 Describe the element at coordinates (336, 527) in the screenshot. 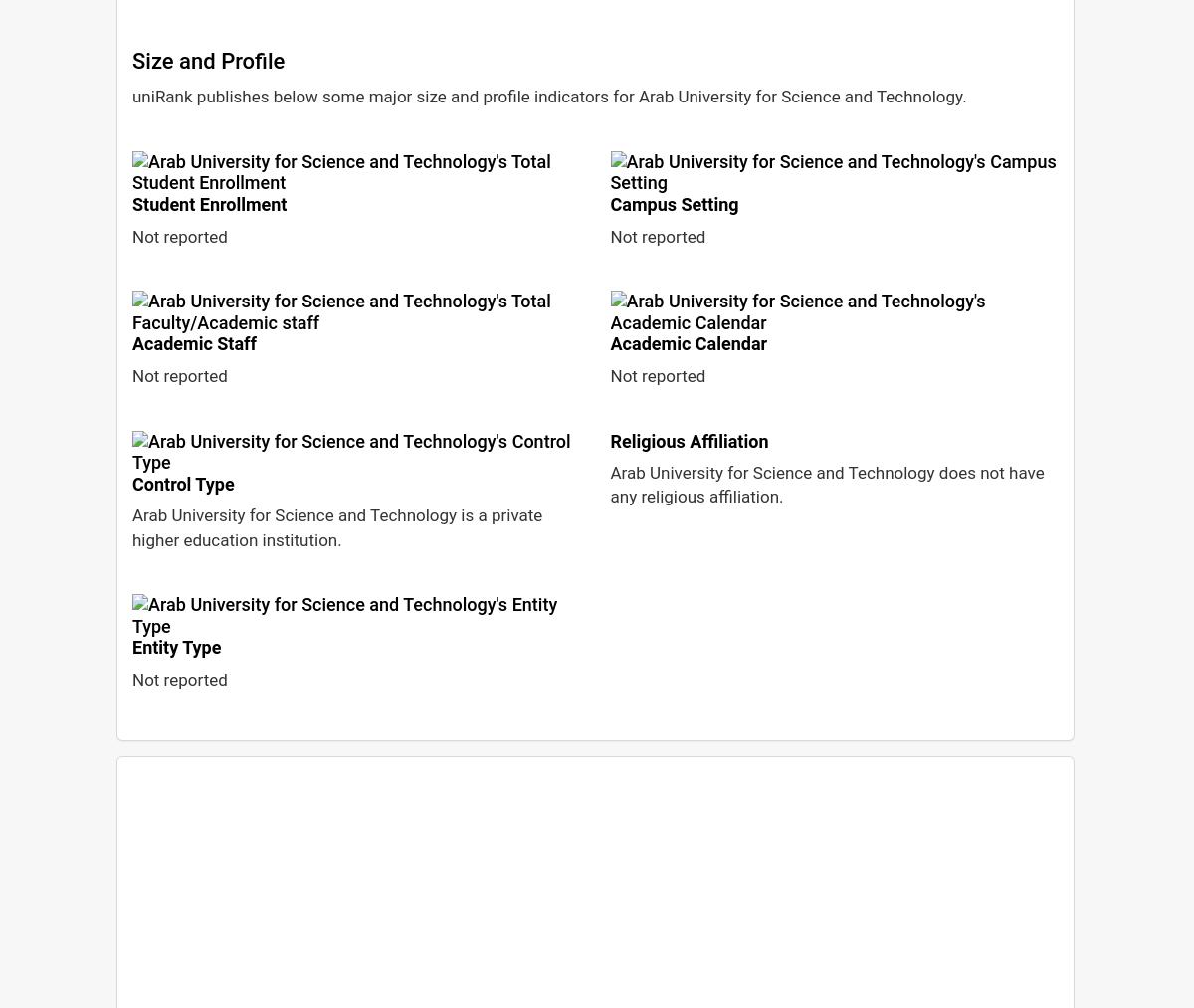

I see `'Arab University for Science and Technology is a private higher education institution.'` at that location.